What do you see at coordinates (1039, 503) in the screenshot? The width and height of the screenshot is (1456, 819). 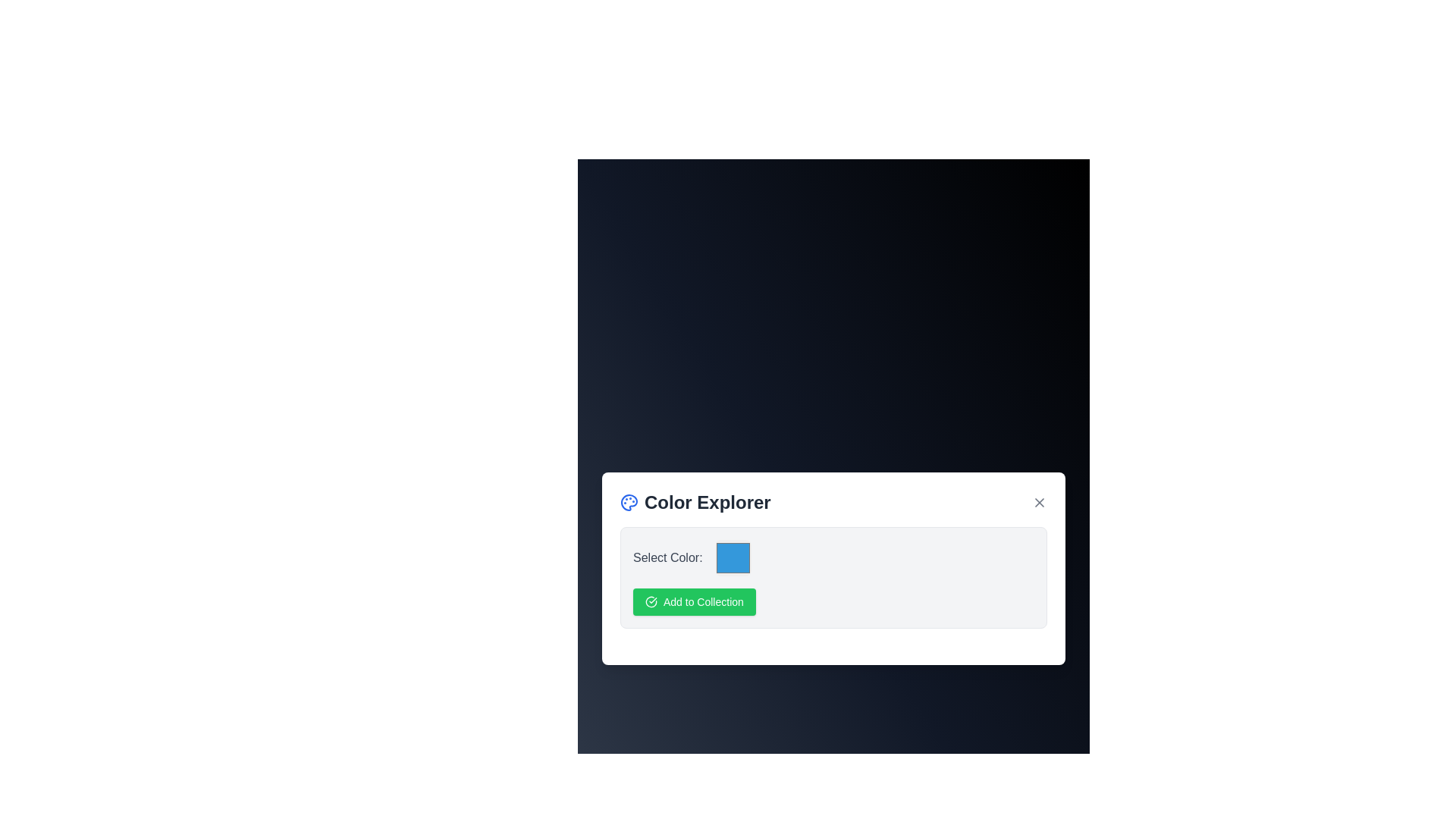 I see `the 'X' symbol in the top-right corner of the 'Color Explorer' dialog box` at bounding box center [1039, 503].